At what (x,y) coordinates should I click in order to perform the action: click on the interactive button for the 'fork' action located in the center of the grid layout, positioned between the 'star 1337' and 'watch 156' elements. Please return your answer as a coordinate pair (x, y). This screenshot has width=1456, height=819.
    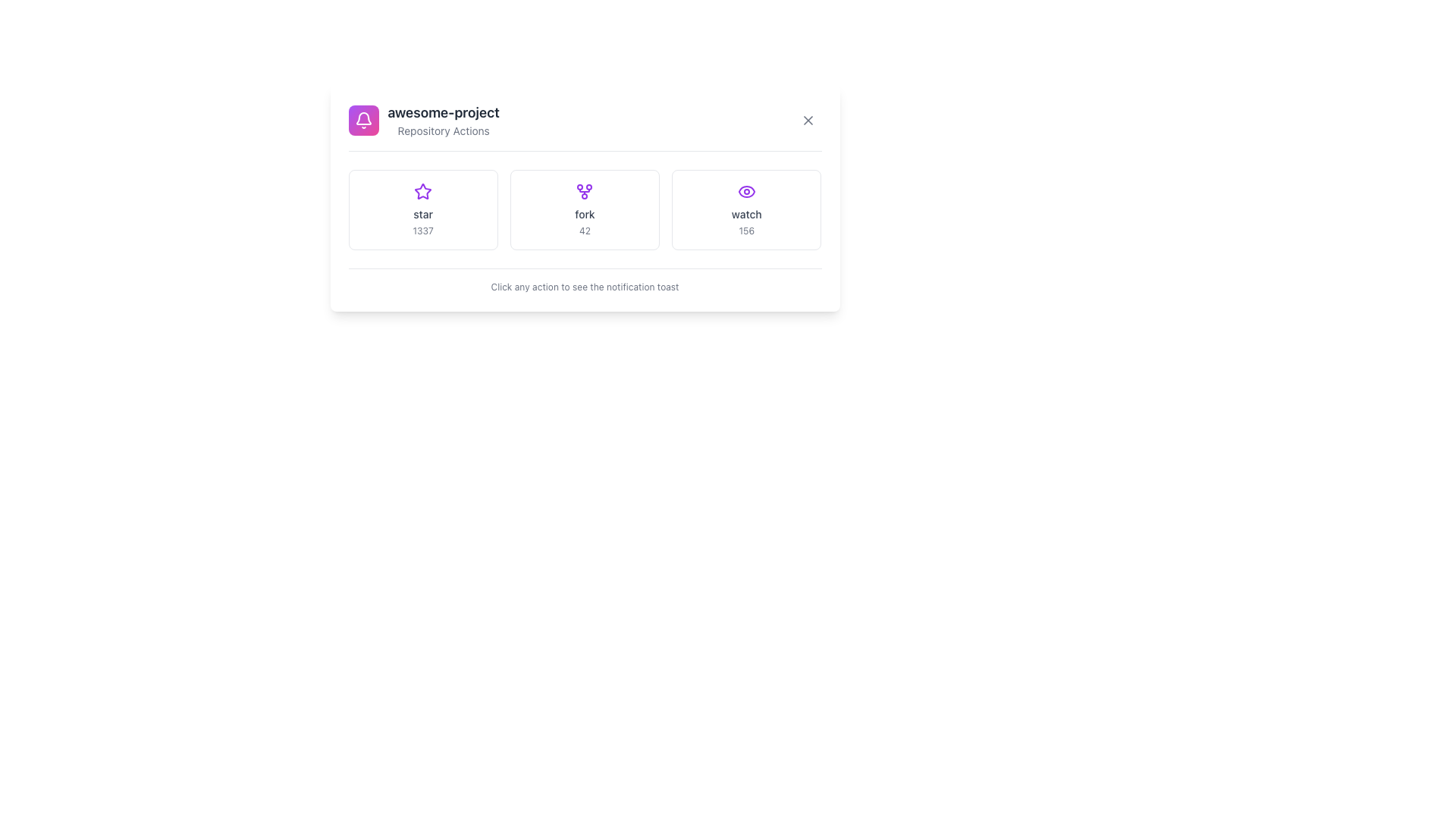
    Looking at the image, I should click on (584, 210).